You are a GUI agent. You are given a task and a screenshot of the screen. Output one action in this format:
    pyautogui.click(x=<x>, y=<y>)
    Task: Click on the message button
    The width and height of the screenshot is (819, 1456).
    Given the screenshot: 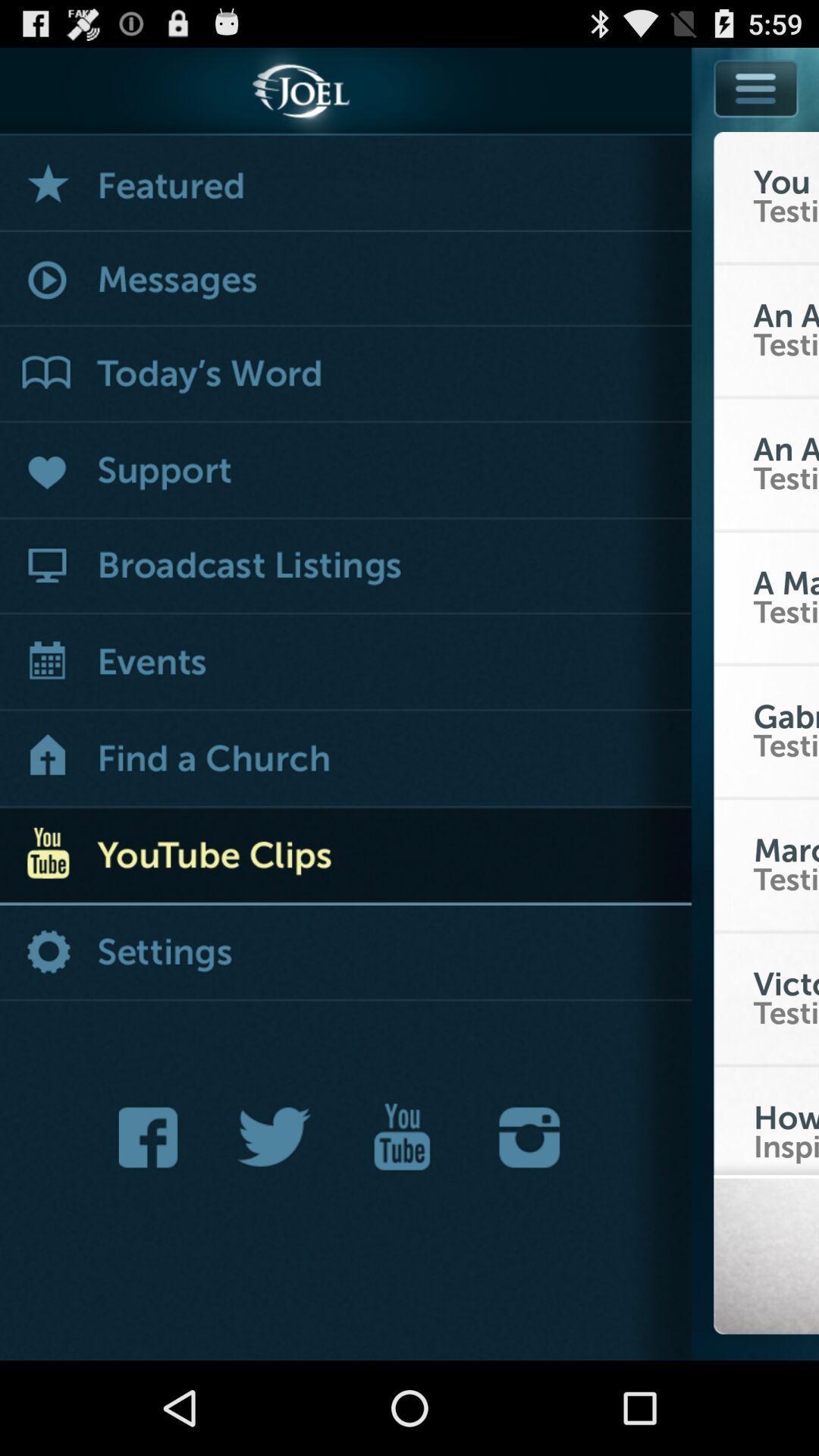 What is the action you would take?
    pyautogui.click(x=345, y=280)
    